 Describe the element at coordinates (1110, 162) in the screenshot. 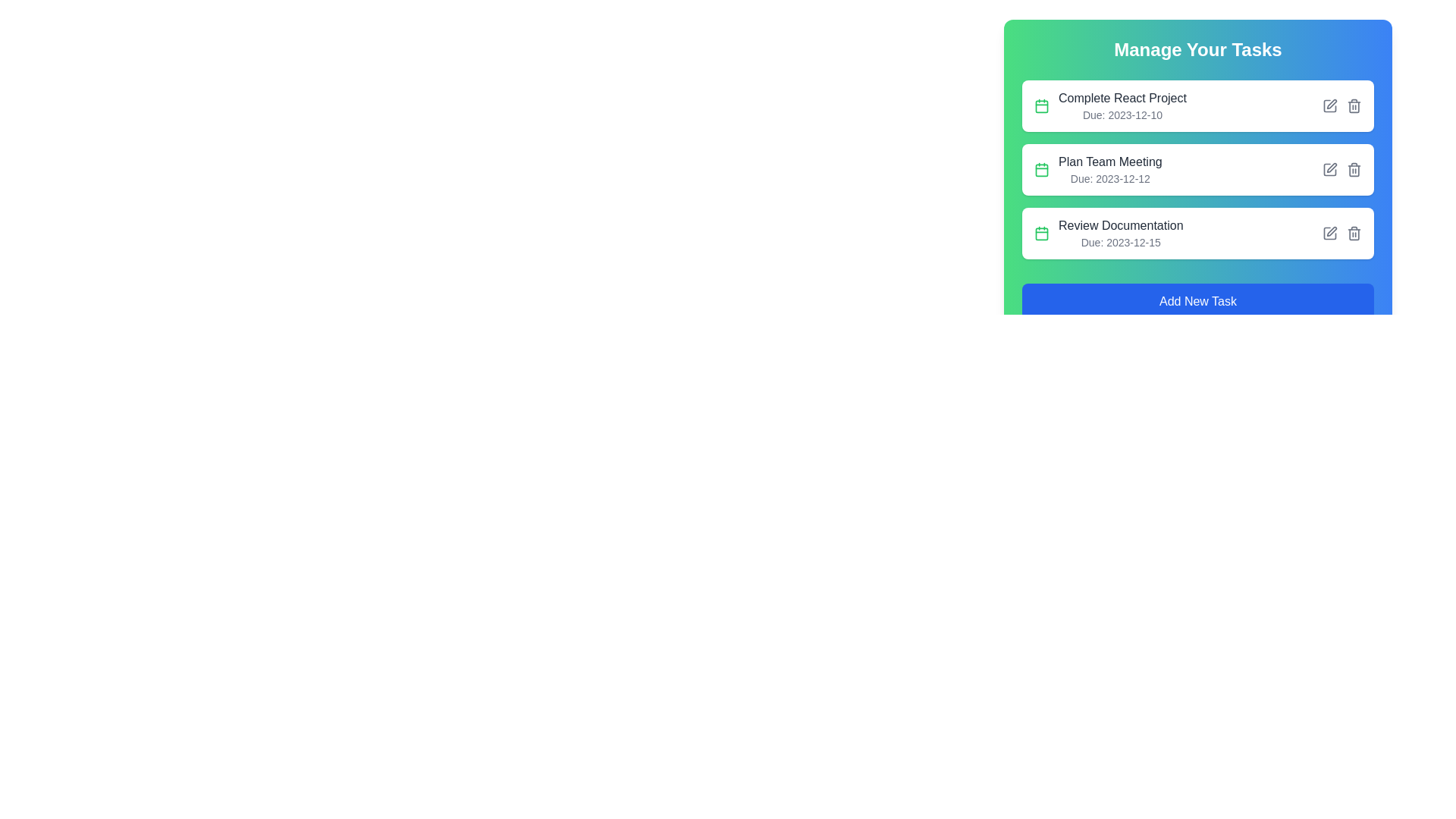

I see `the text label that identifies the task labeled 'Plan Team Meeting', which is the first line of text in the second task entry of a vertical list of tasks` at that location.